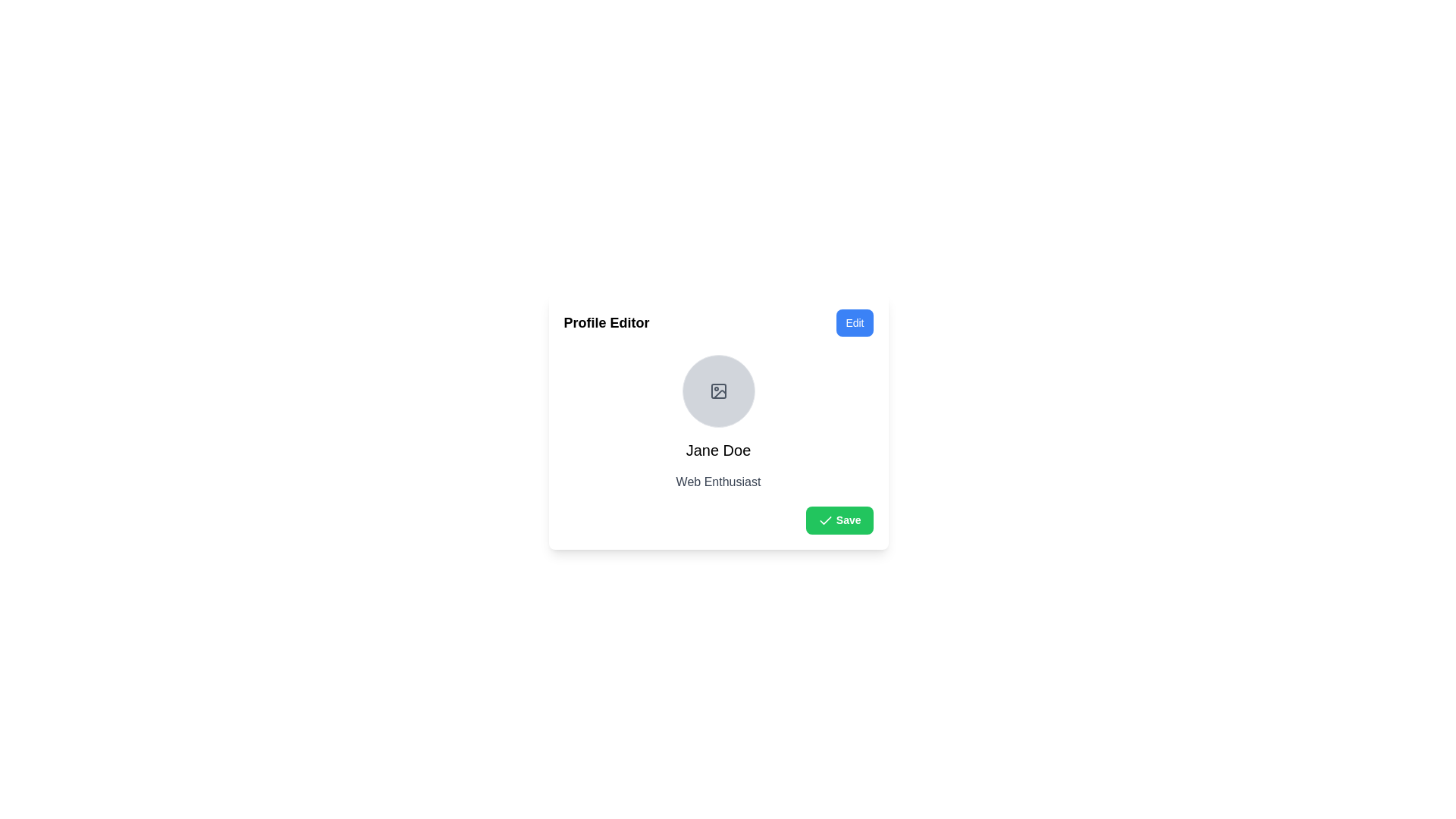  Describe the element at coordinates (717, 391) in the screenshot. I see `the circular Image Placeholder button with a light gray background and an image icon, located above the text 'Jane Doe' in the profile card layout` at that location.